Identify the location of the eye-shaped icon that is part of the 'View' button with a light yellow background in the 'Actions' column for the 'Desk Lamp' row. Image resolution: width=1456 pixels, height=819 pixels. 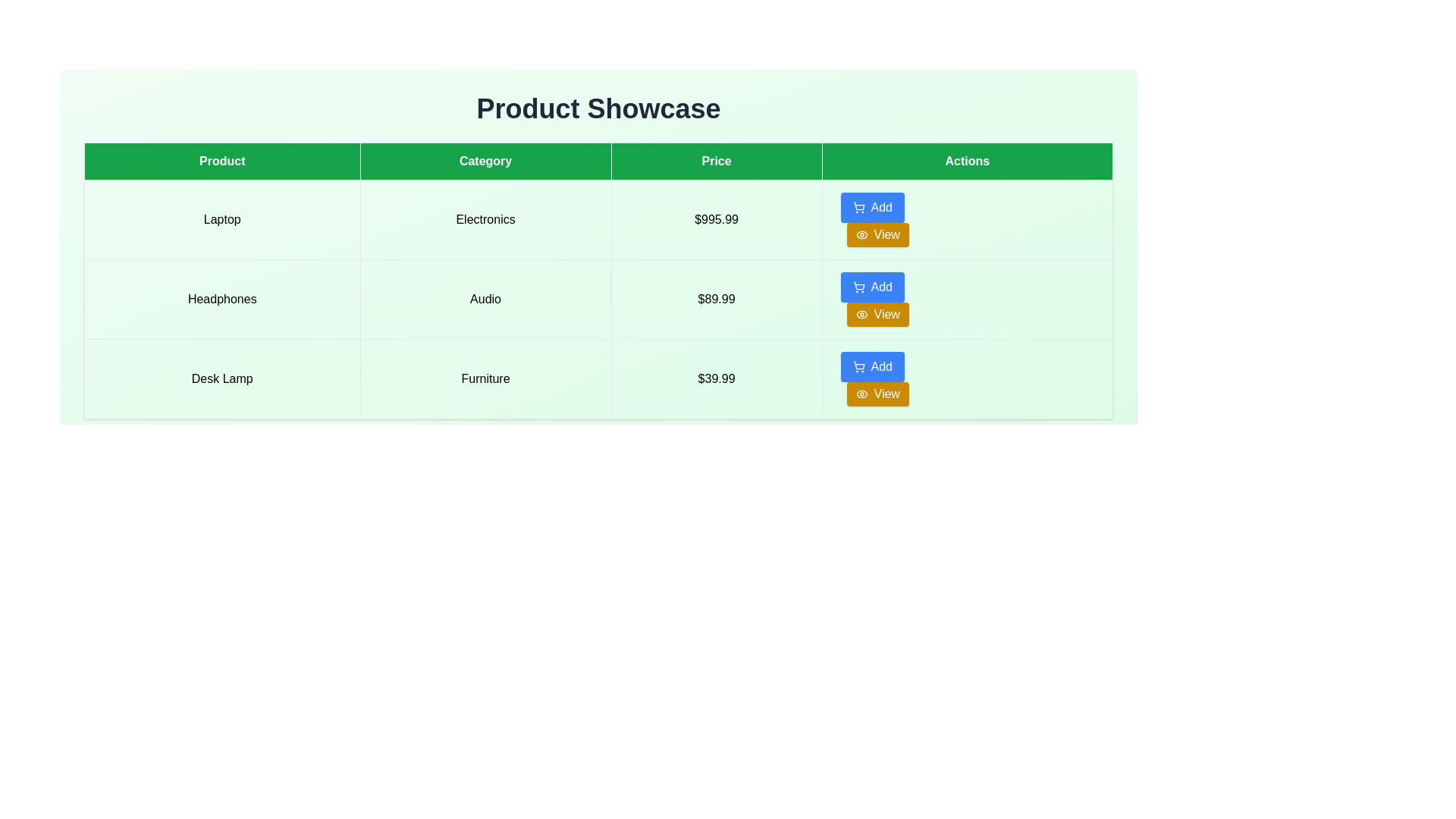
(861, 394).